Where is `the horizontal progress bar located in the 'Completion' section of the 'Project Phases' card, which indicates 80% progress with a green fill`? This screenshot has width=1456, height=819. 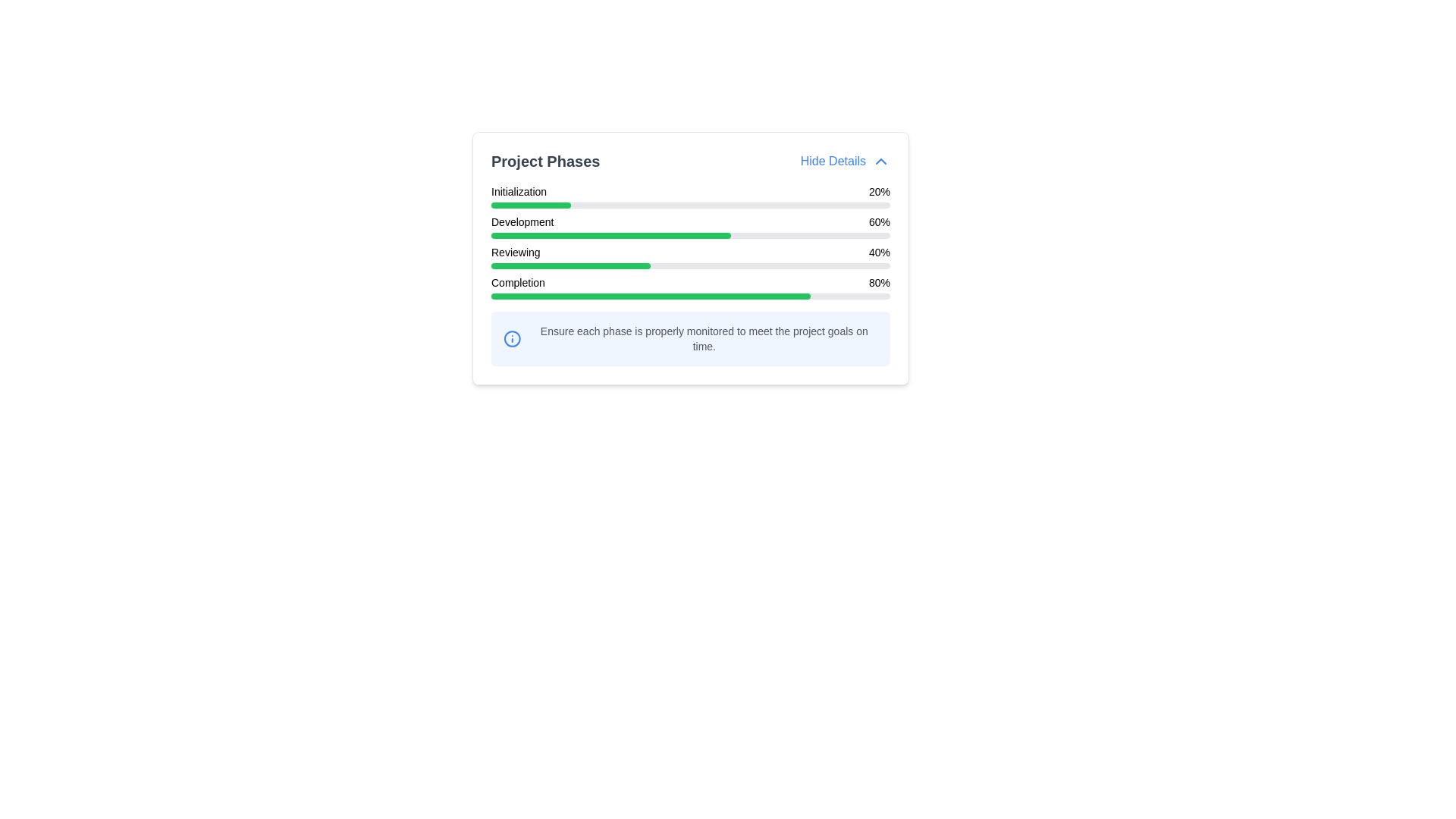
the horizontal progress bar located in the 'Completion' section of the 'Project Phases' card, which indicates 80% progress with a green fill is located at coordinates (690, 296).